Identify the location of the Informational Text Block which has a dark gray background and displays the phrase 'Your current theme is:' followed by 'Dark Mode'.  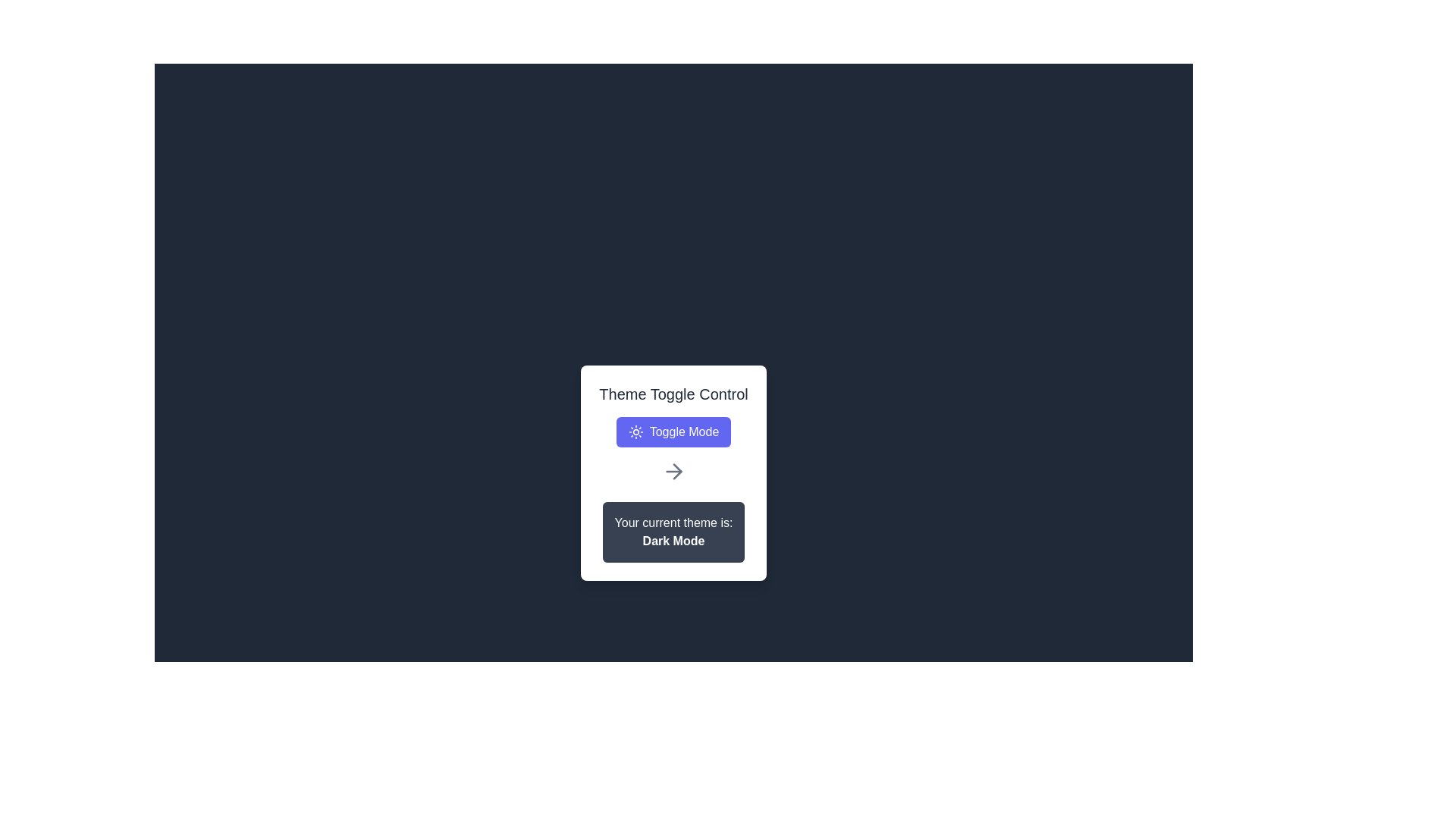
(673, 532).